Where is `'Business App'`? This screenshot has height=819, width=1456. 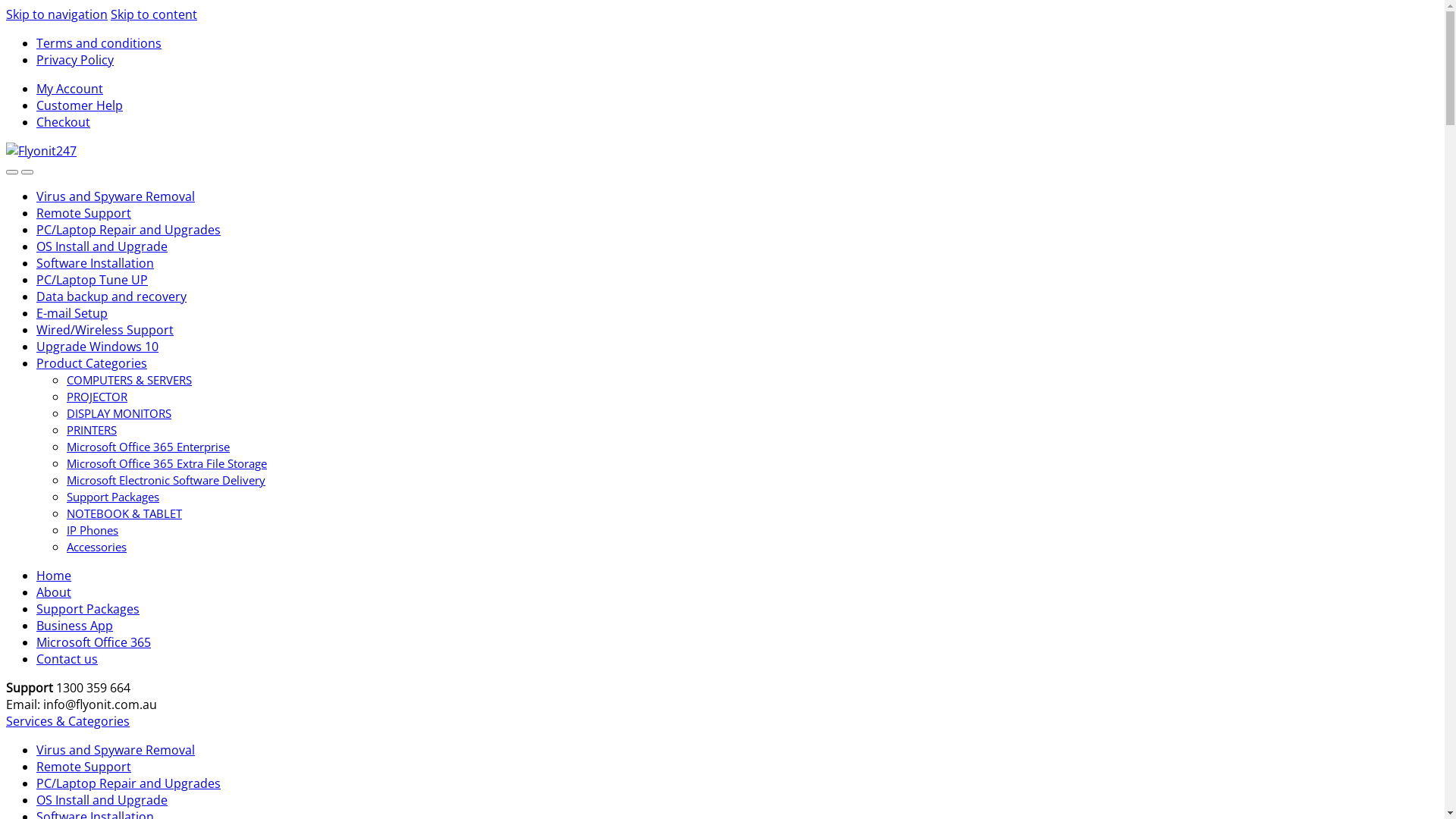 'Business App' is located at coordinates (74, 626).